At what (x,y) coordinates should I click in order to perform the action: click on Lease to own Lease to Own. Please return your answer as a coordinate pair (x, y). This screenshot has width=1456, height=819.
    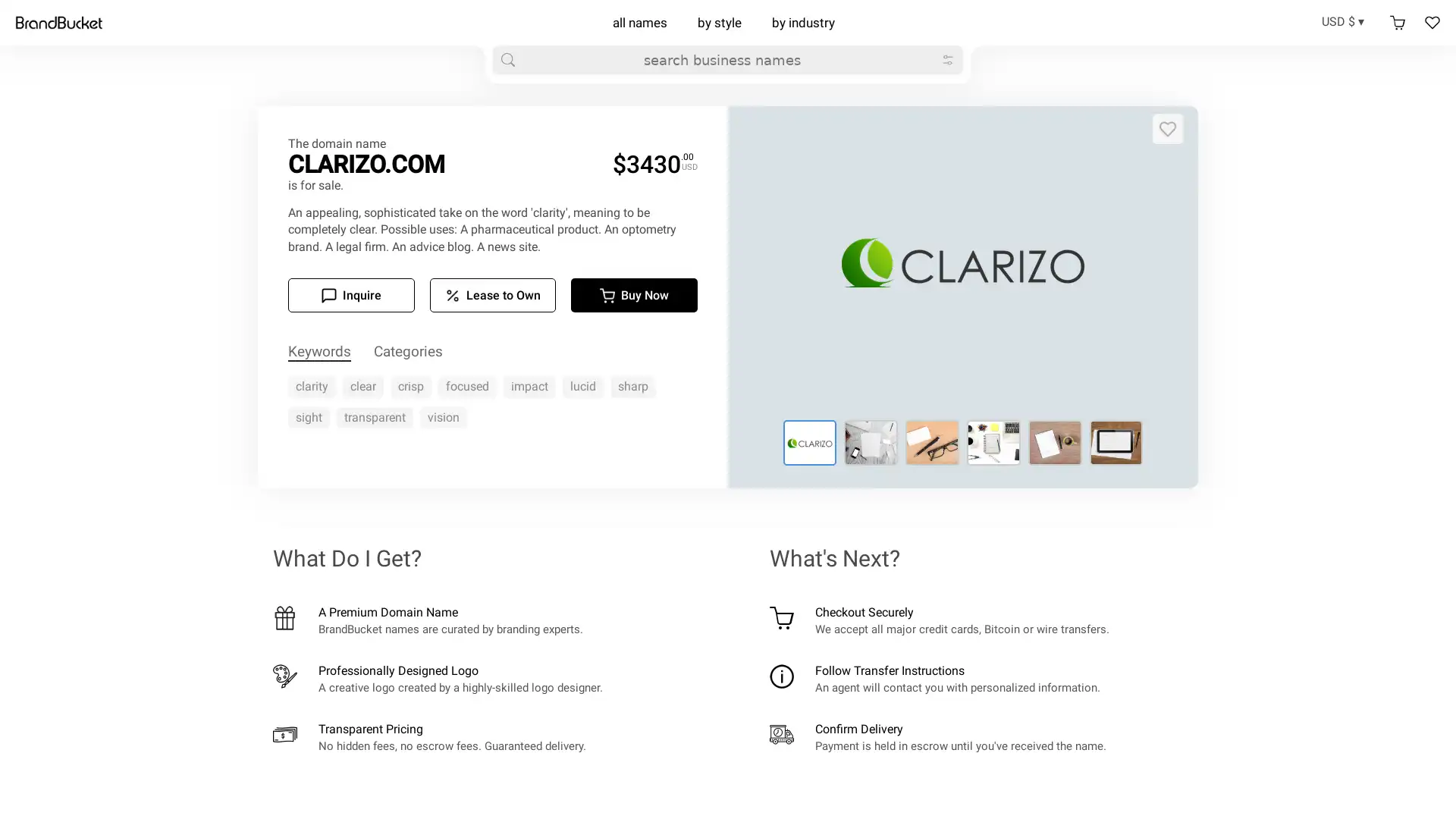
    Looking at the image, I should click on (492, 295).